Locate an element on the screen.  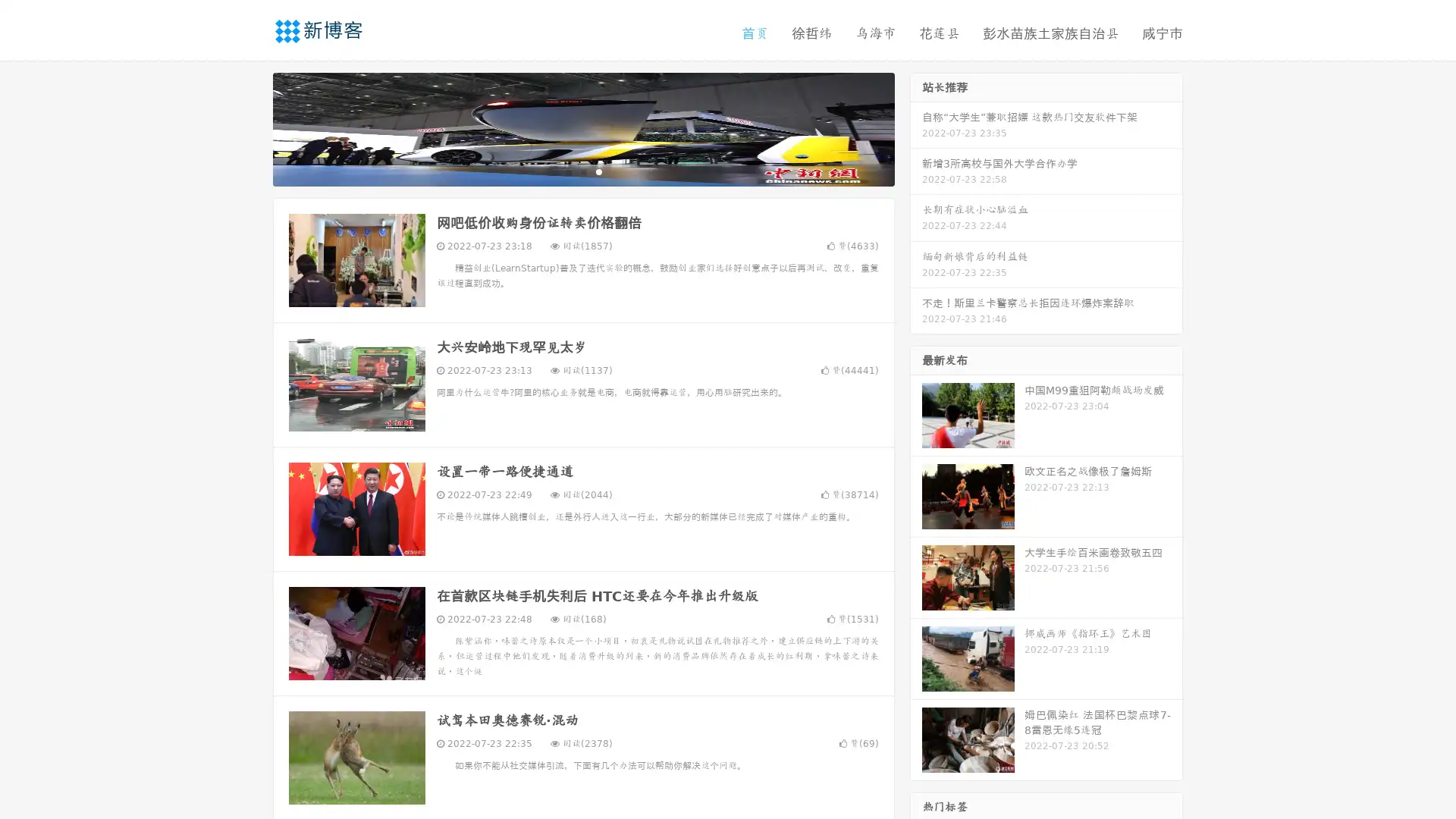
Next slide is located at coordinates (916, 127).